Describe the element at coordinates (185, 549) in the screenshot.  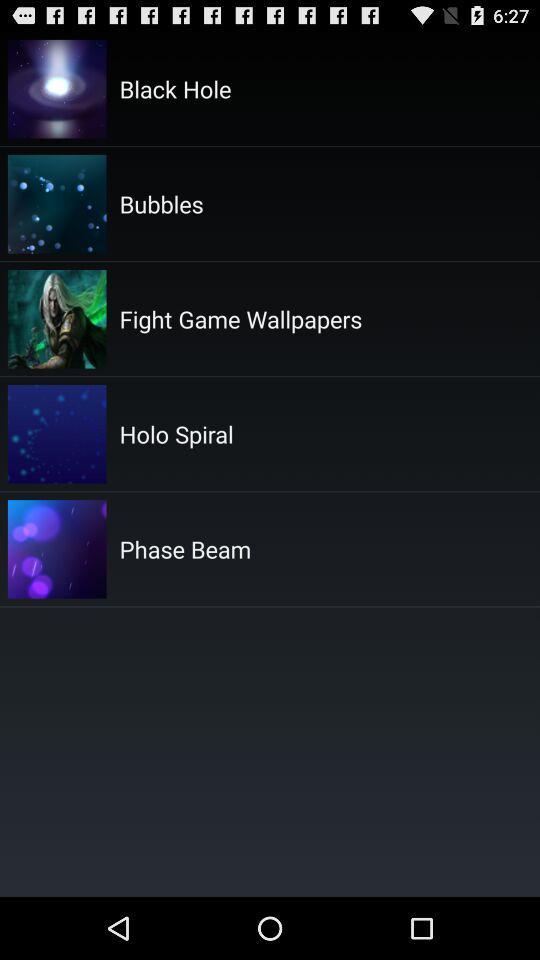
I see `phase beam` at that location.